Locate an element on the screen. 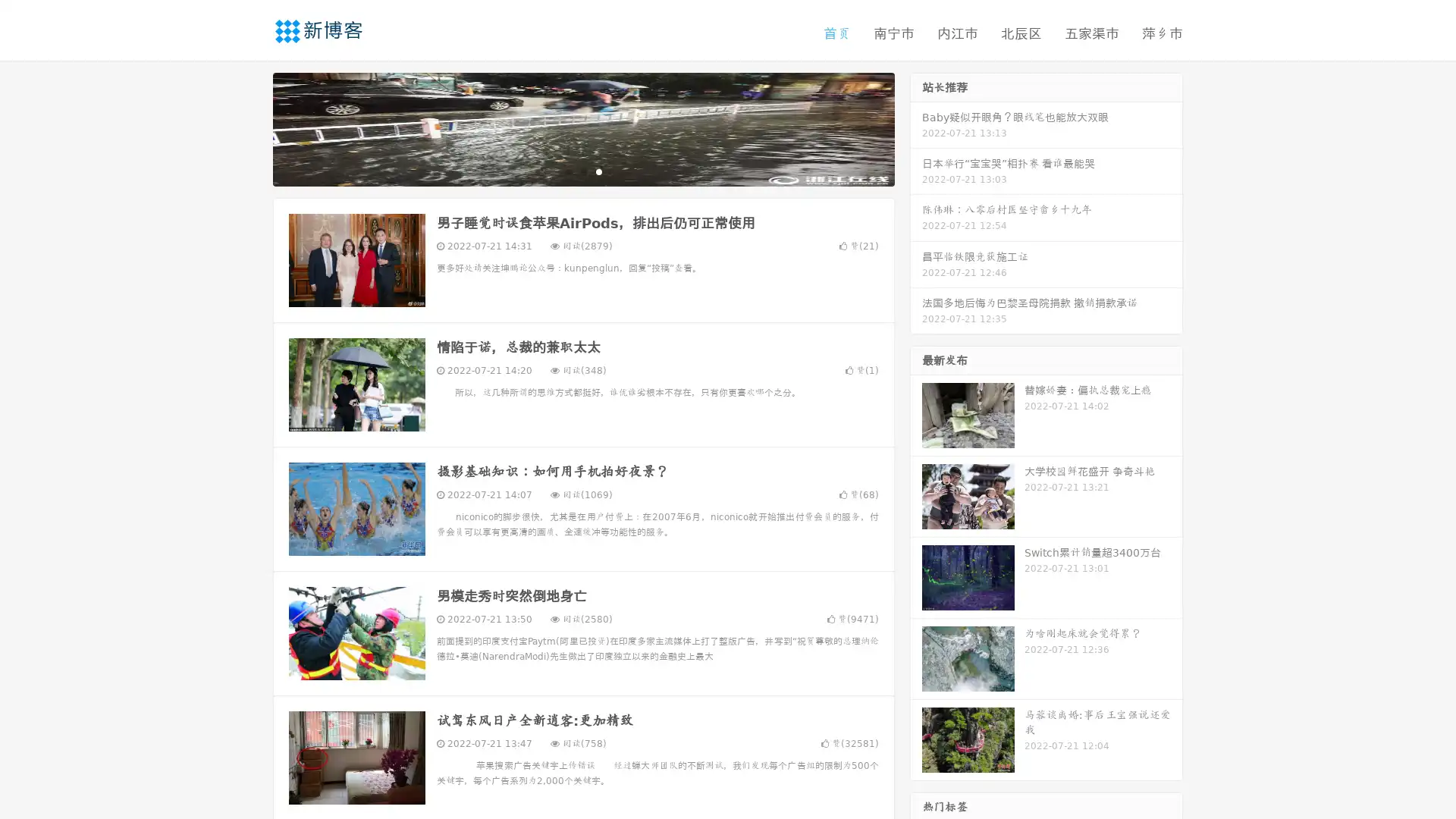  Go to slide 3 is located at coordinates (598, 171).